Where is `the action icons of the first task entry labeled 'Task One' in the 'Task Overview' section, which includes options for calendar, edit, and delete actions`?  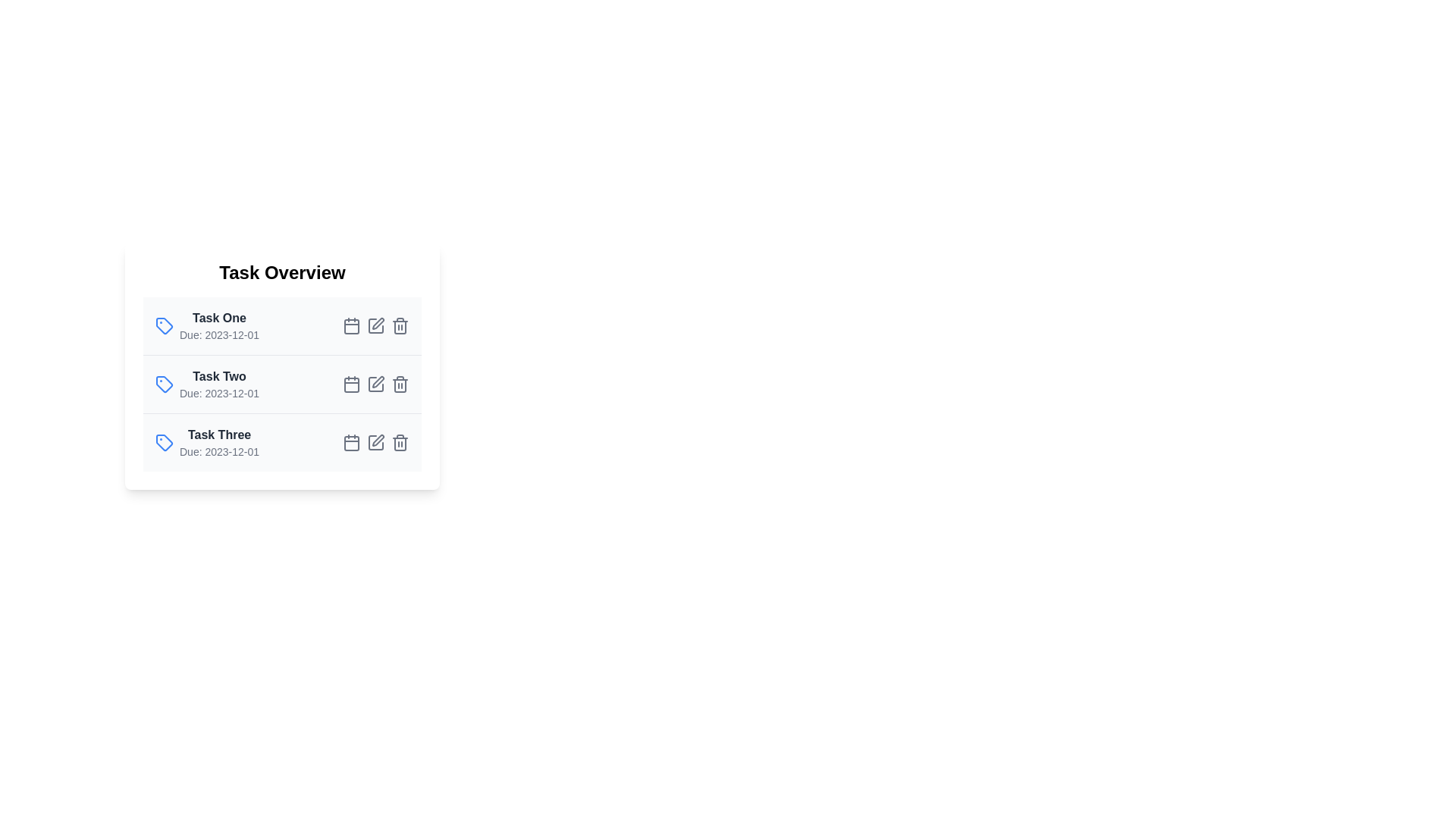 the action icons of the first task entry labeled 'Task One' in the 'Task Overview' section, which includes options for calendar, edit, and delete actions is located at coordinates (282, 325).